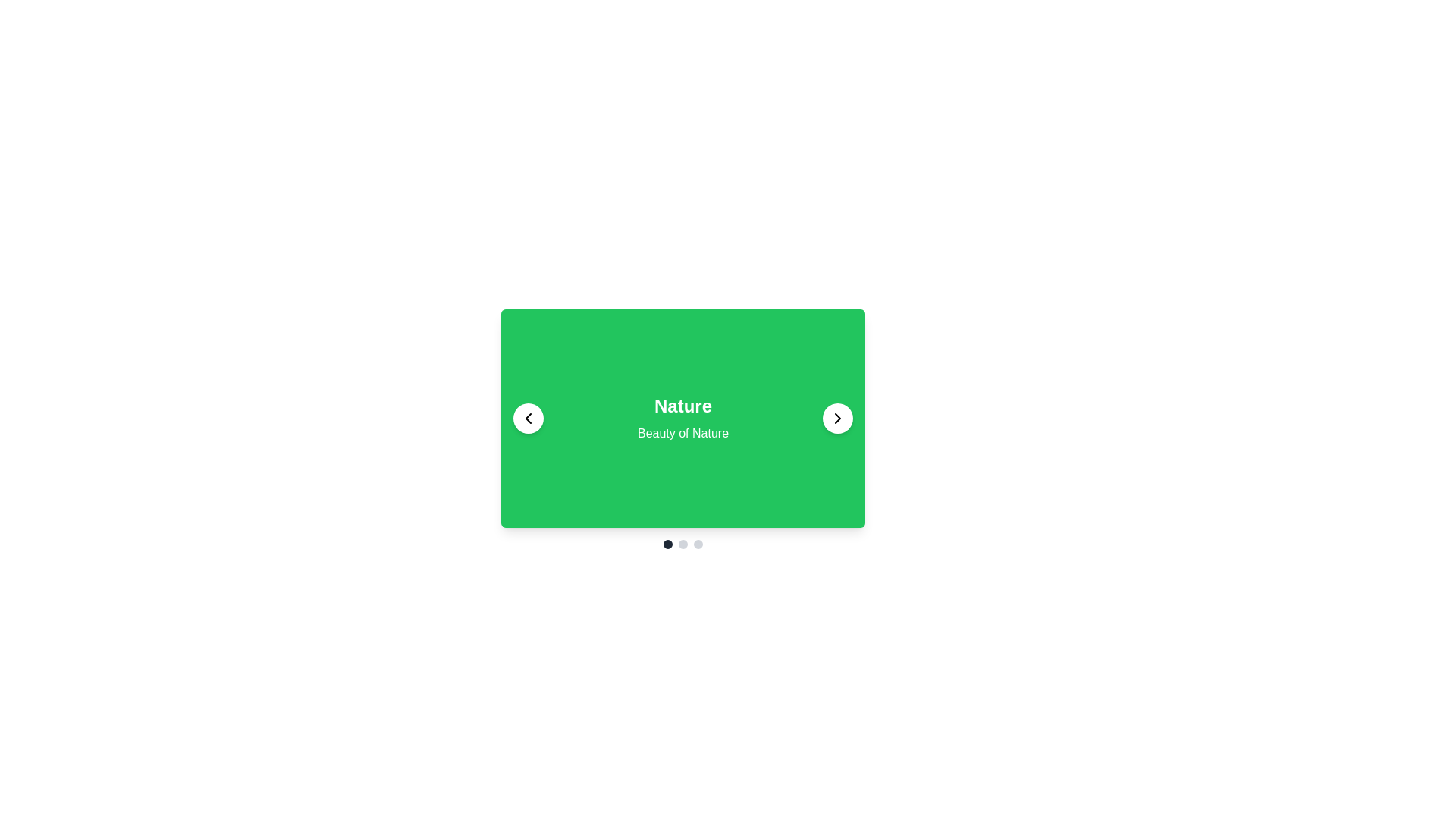 This screenshot has height=819, width=1456. Describe the element at coordinates (698, 543) in the screenshot. I see `the third Carousel navigation dot, which is a small light gray circle located below the center-aligned green rectangular area` at that location.